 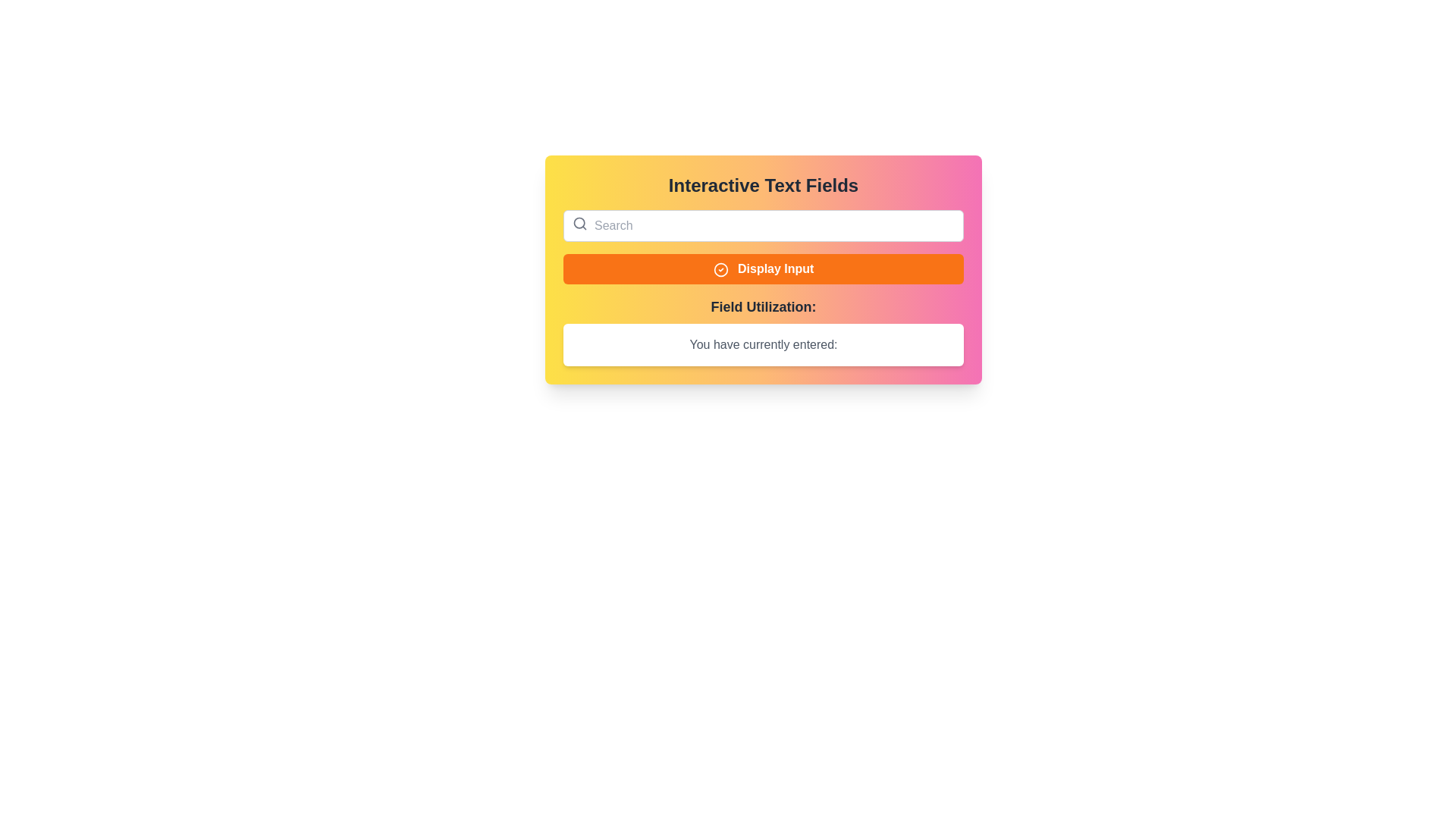 What do you see at coordinates (764, 330) in the screenshot?
I see `the text display group that shows the title 'Field Utilization:' and the message 'You have currently entered:', located below the 'Display Input' button in the 'Interactive Text Fields' card` at bounding box center [764, 330].